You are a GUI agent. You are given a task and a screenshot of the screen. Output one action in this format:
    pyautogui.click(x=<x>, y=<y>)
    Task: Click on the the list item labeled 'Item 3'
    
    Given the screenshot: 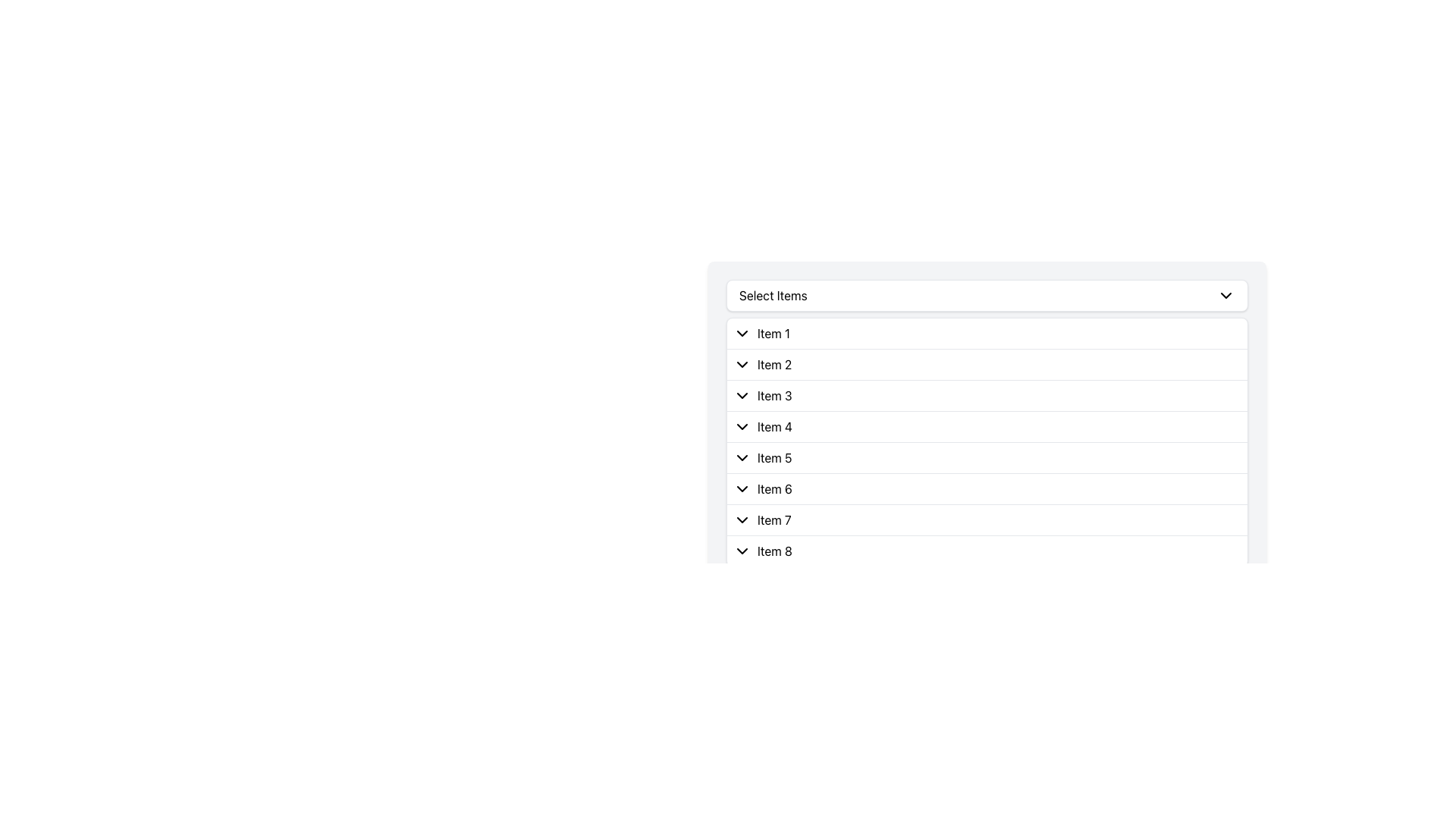 What is the action you would take?
    pyautogui.click(x=762, y=394)
    